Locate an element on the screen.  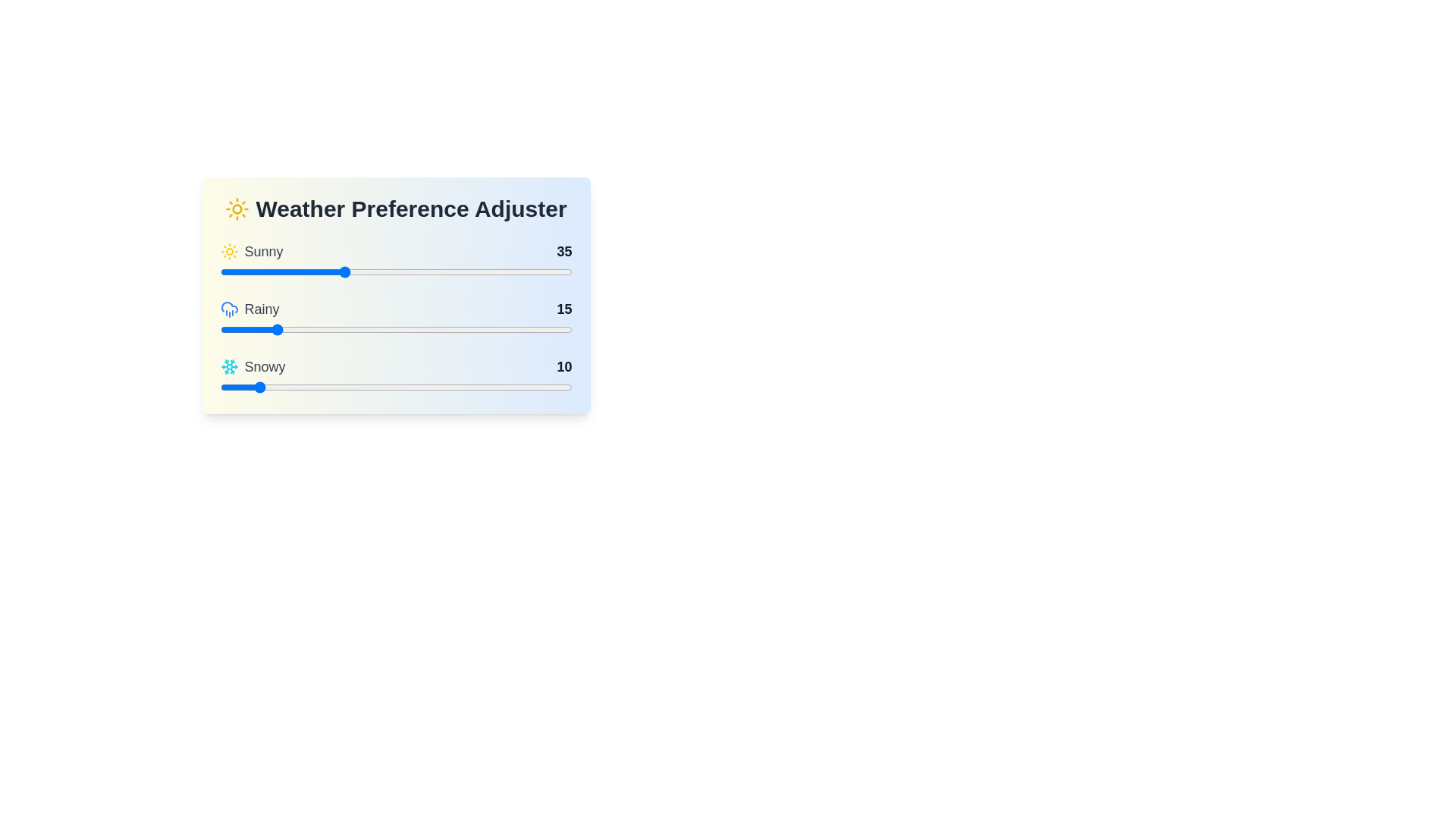
the slider for 'Rainy' to set its value to 26 is located at coordinates (311, 329).